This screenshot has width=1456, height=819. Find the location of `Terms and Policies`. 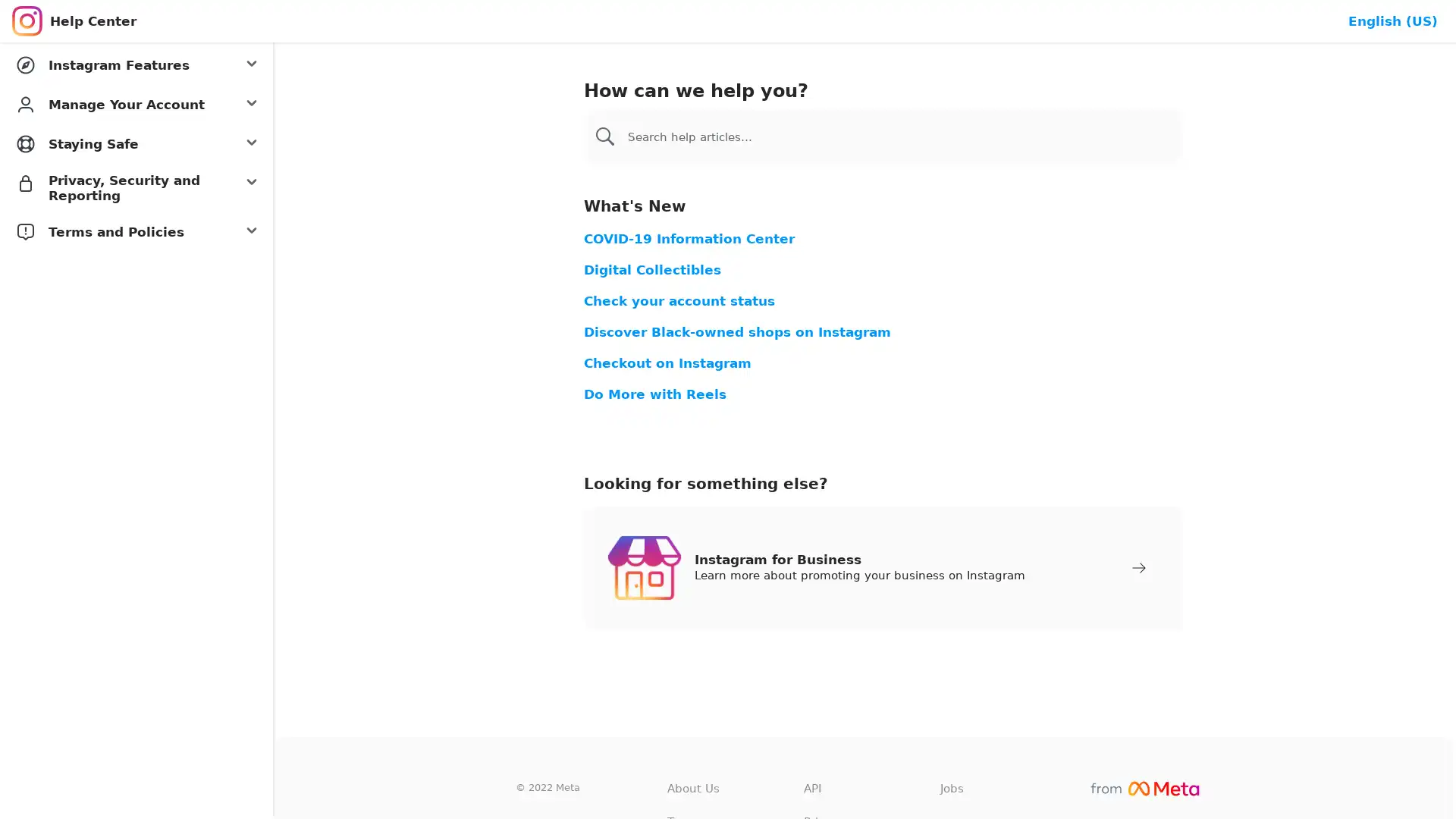

Terms and Policies is located at coordinates (136, 231).